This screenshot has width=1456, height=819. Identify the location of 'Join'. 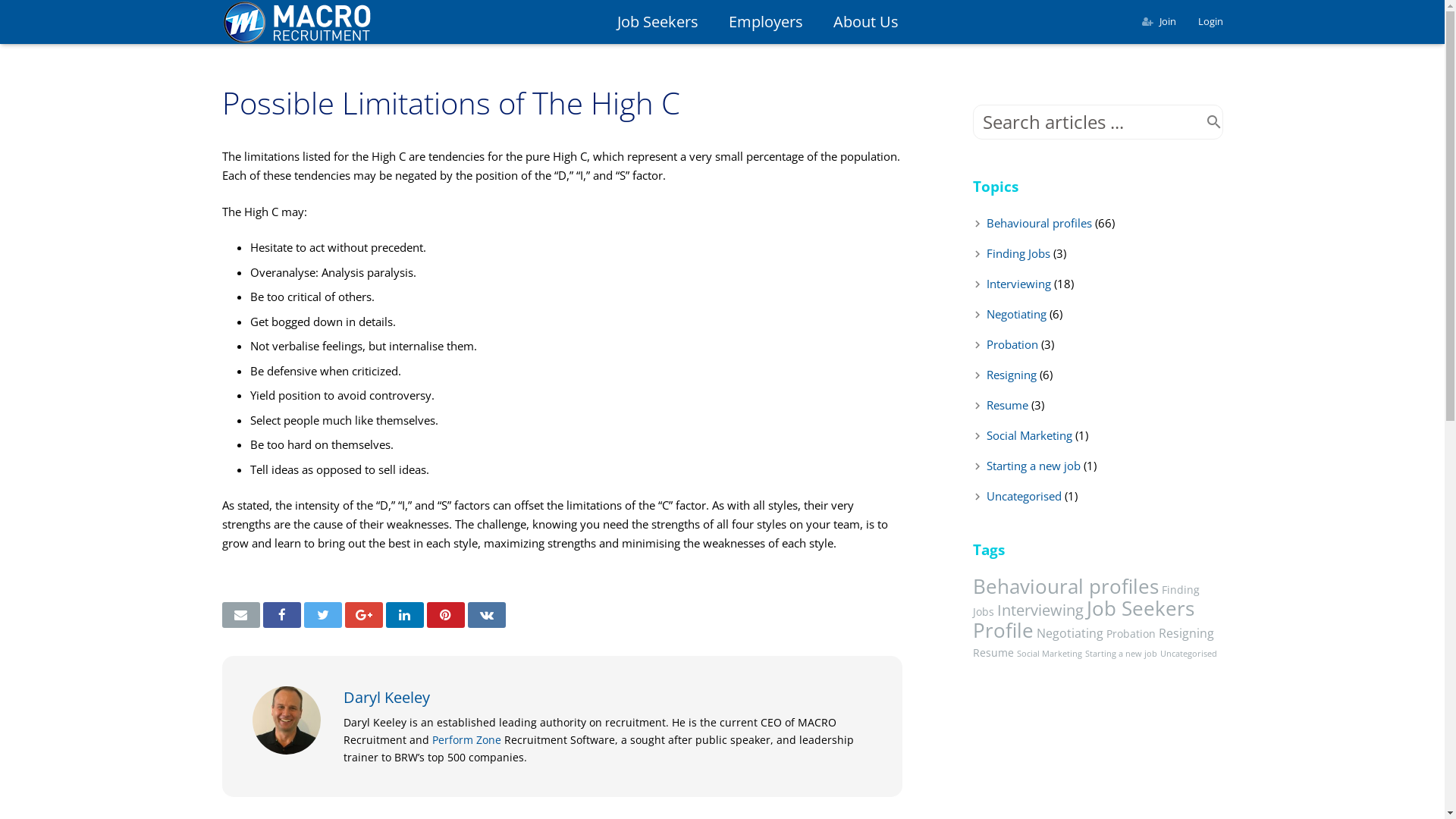
(1159, 20).